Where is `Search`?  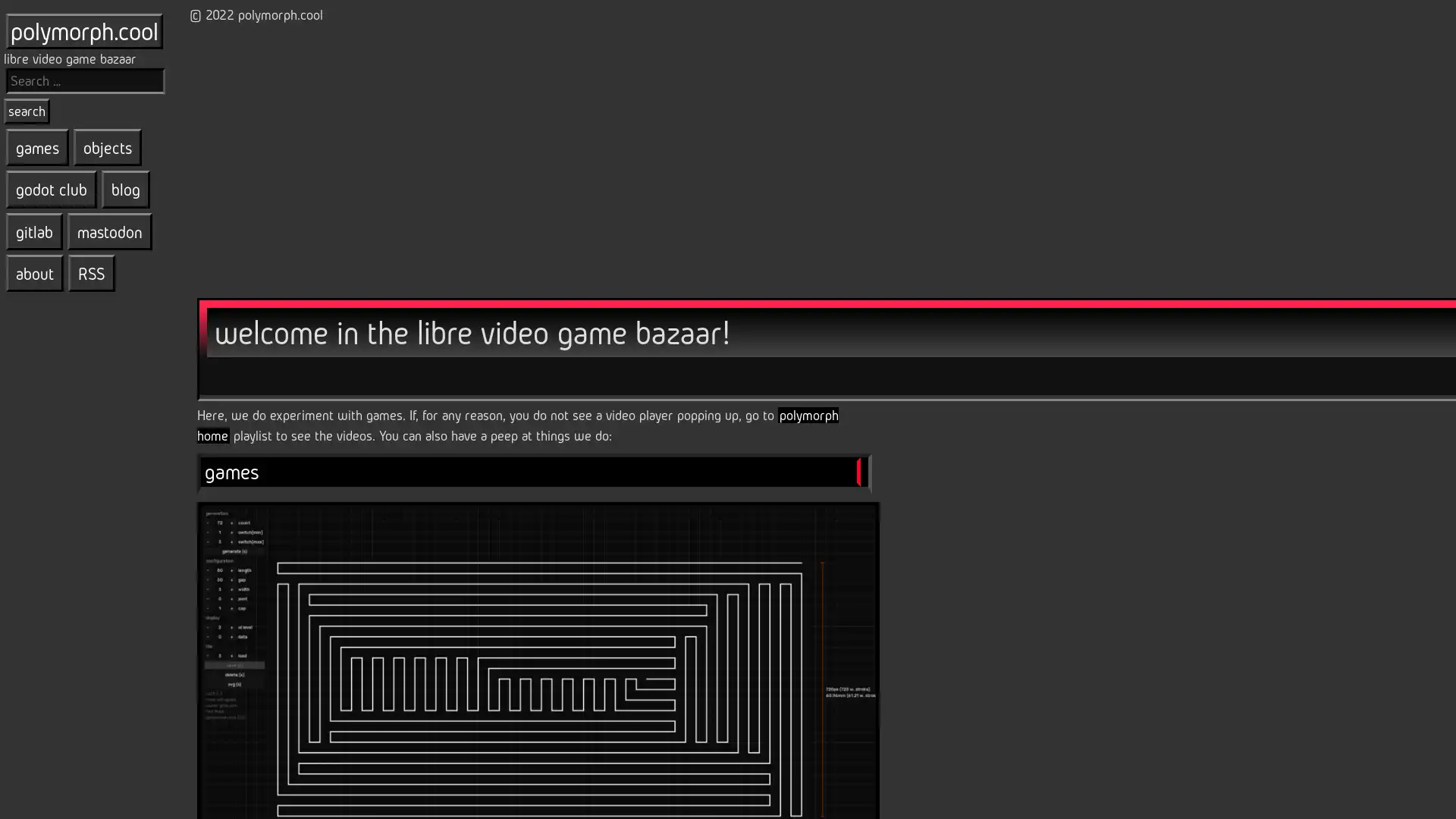
Search is located at coordinates (27, 110).